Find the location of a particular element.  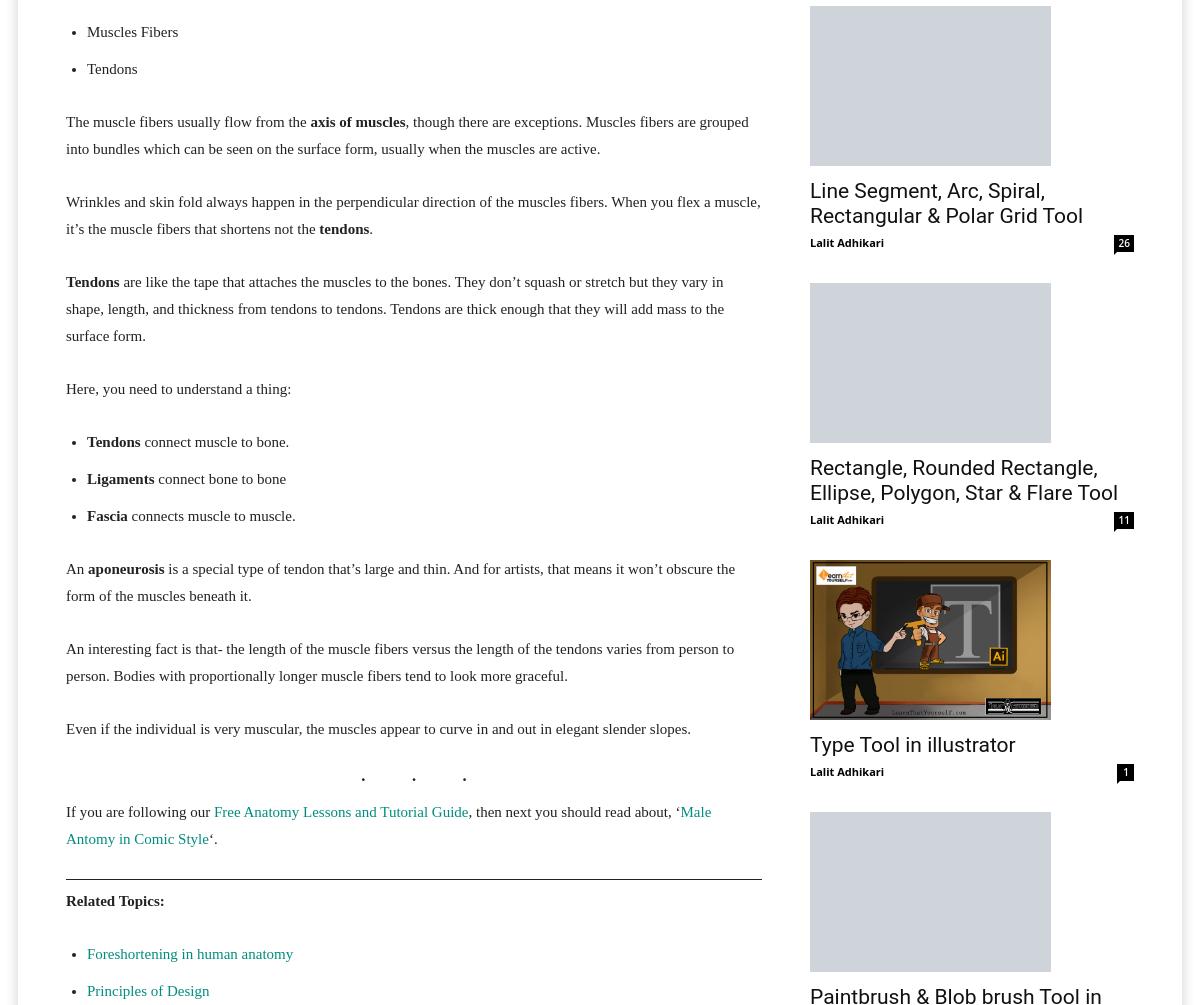

'11' is located at coordinates (1123, 518).